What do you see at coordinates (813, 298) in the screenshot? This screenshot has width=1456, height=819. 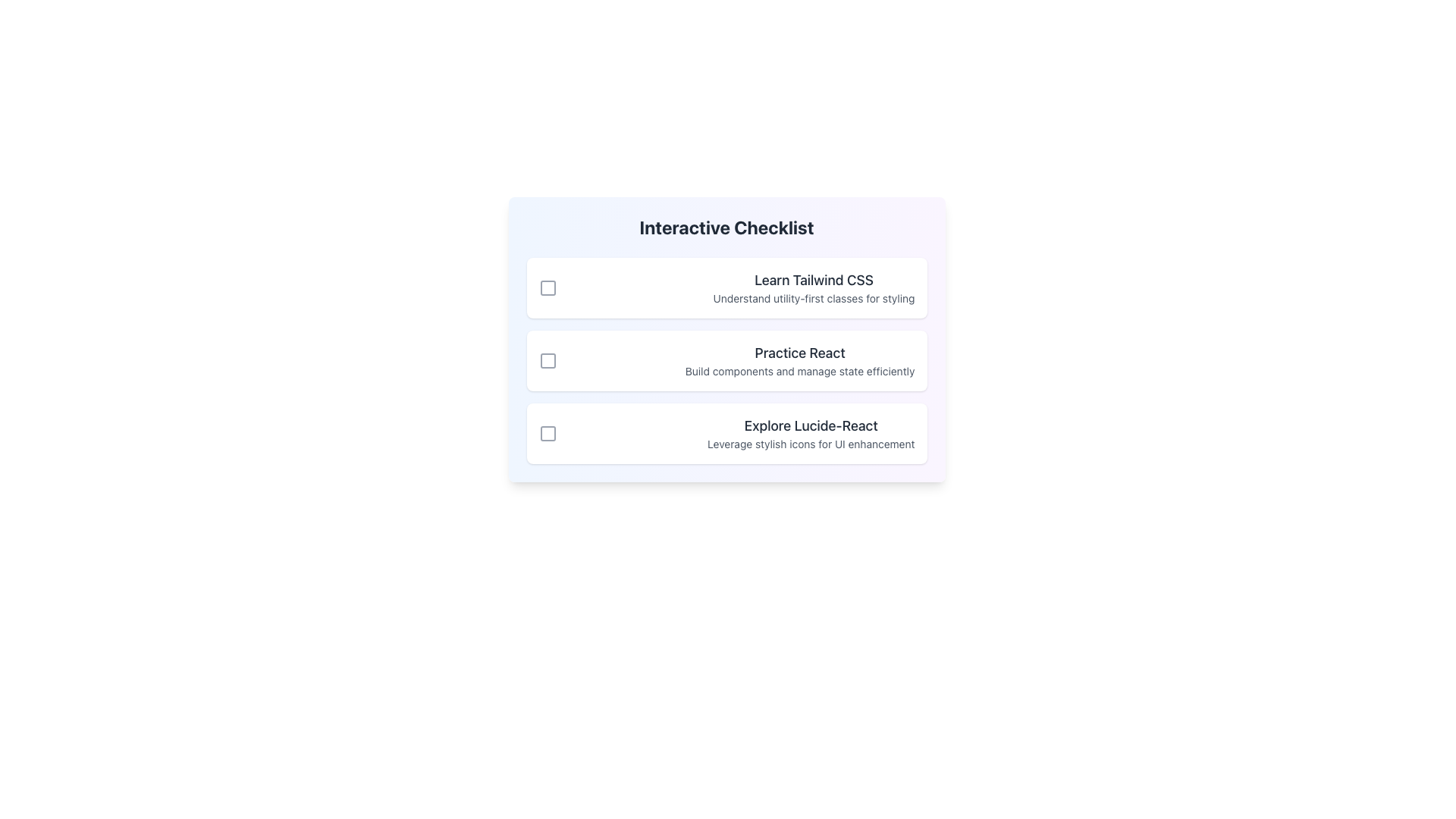 I see `the text label located immediately below the main title 'Learn Tailwind CSS', which provides additional context about the Tailwind CSS section` at bounding box center [813, 298].